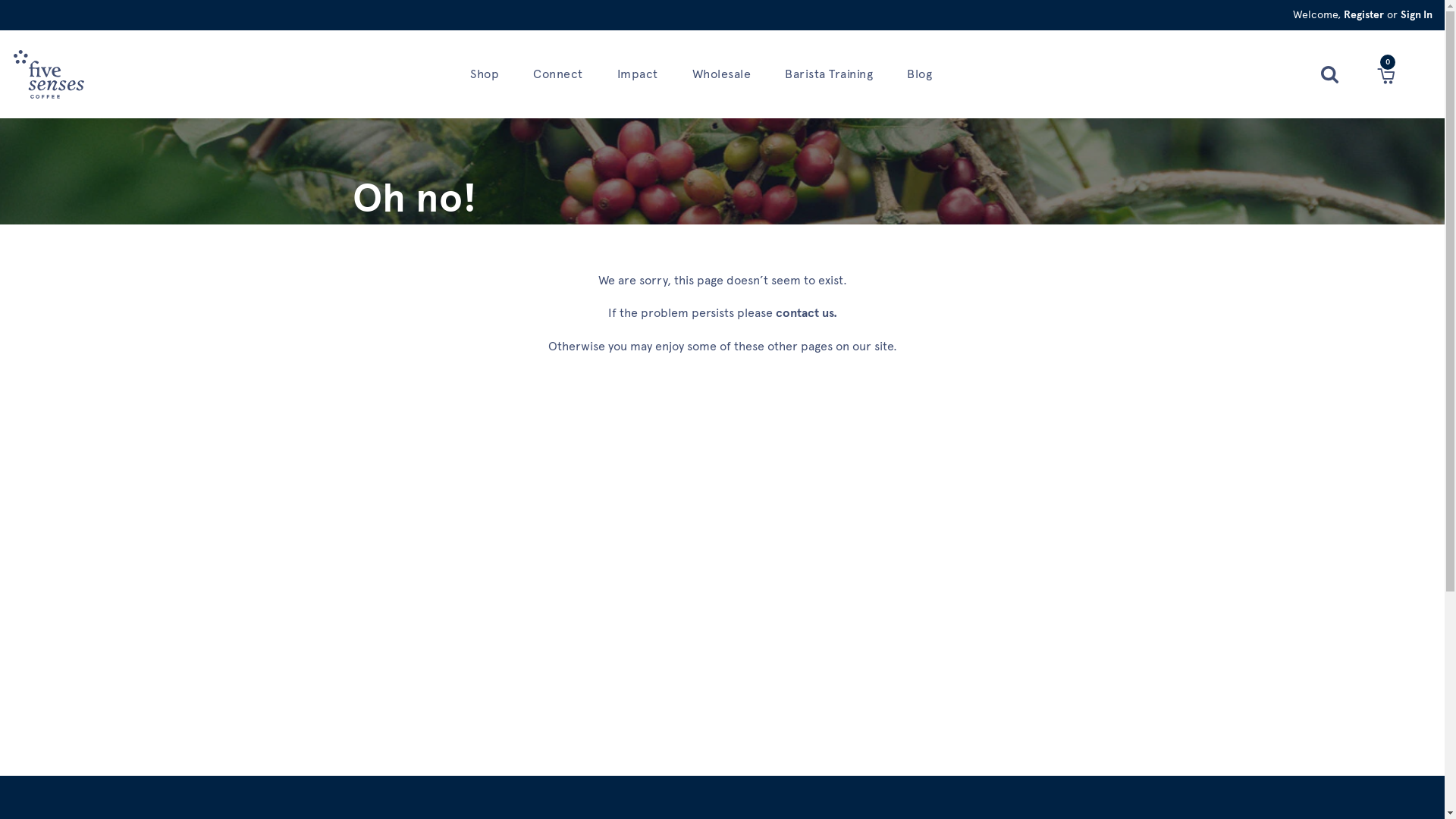 This screenshot has width=1456, height=819. I want to click on 'Wholesale', so click(722, 74).